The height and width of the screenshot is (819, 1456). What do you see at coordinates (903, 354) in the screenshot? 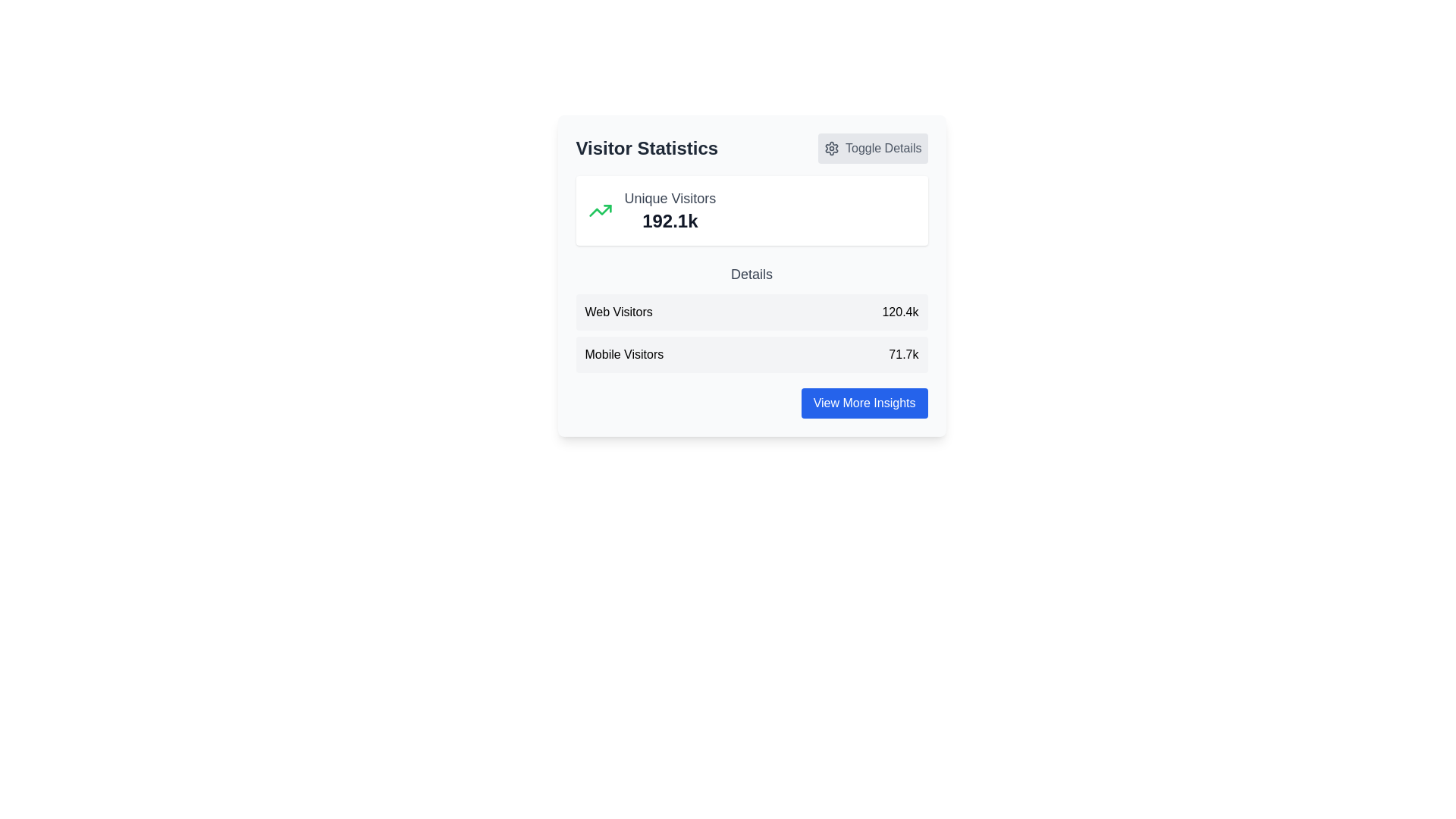
I see `the text label displaying '71.7k', which is styled in a regular sans-serif font and indicates the number of mobile visitors, located within the 'Details' section of the Visitor Statistics card` at bounding box center [903, 354].